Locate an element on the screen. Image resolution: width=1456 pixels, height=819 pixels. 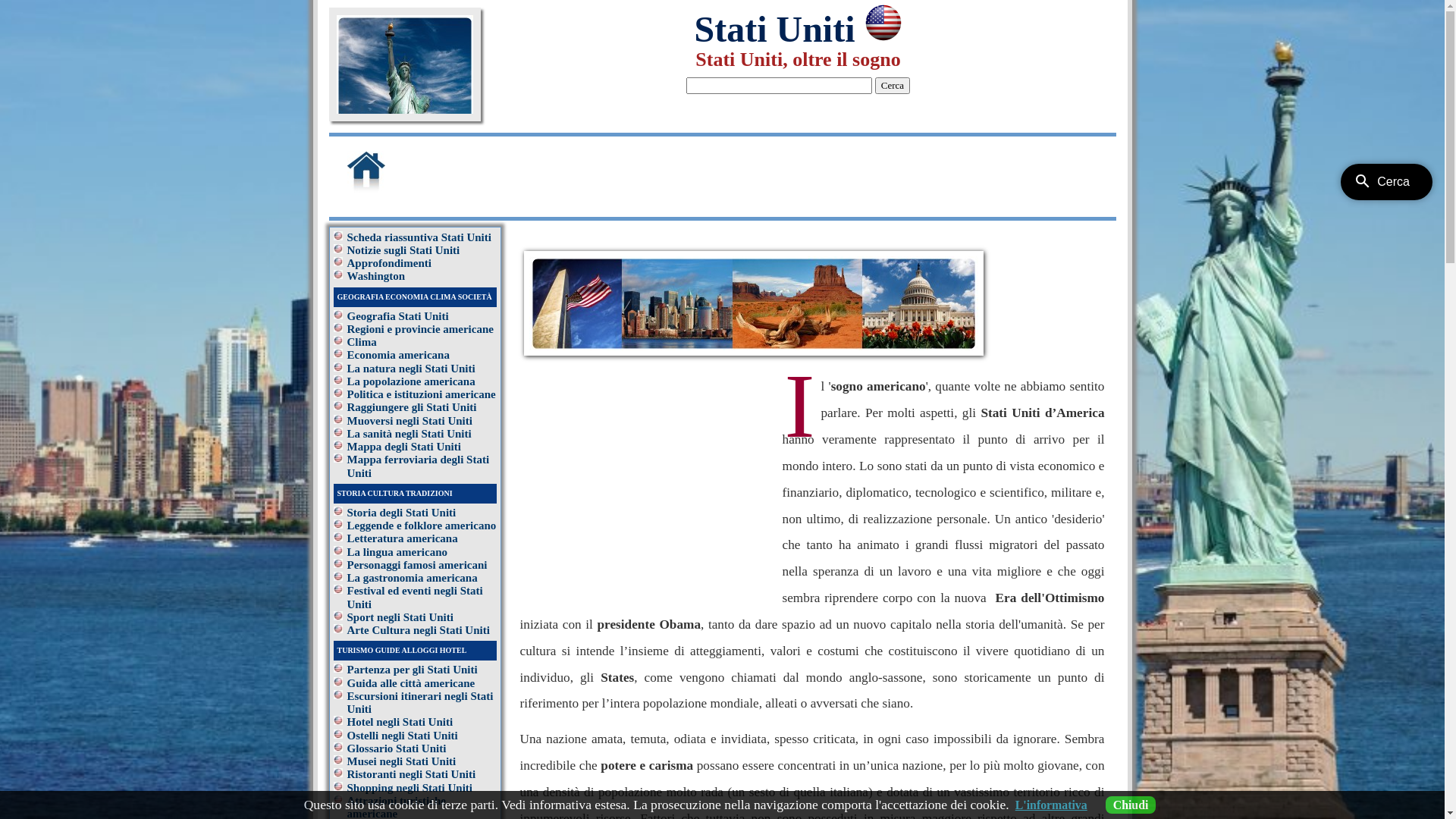
'Storia degli Stati Uniti' is located at coordinates (346, 512).